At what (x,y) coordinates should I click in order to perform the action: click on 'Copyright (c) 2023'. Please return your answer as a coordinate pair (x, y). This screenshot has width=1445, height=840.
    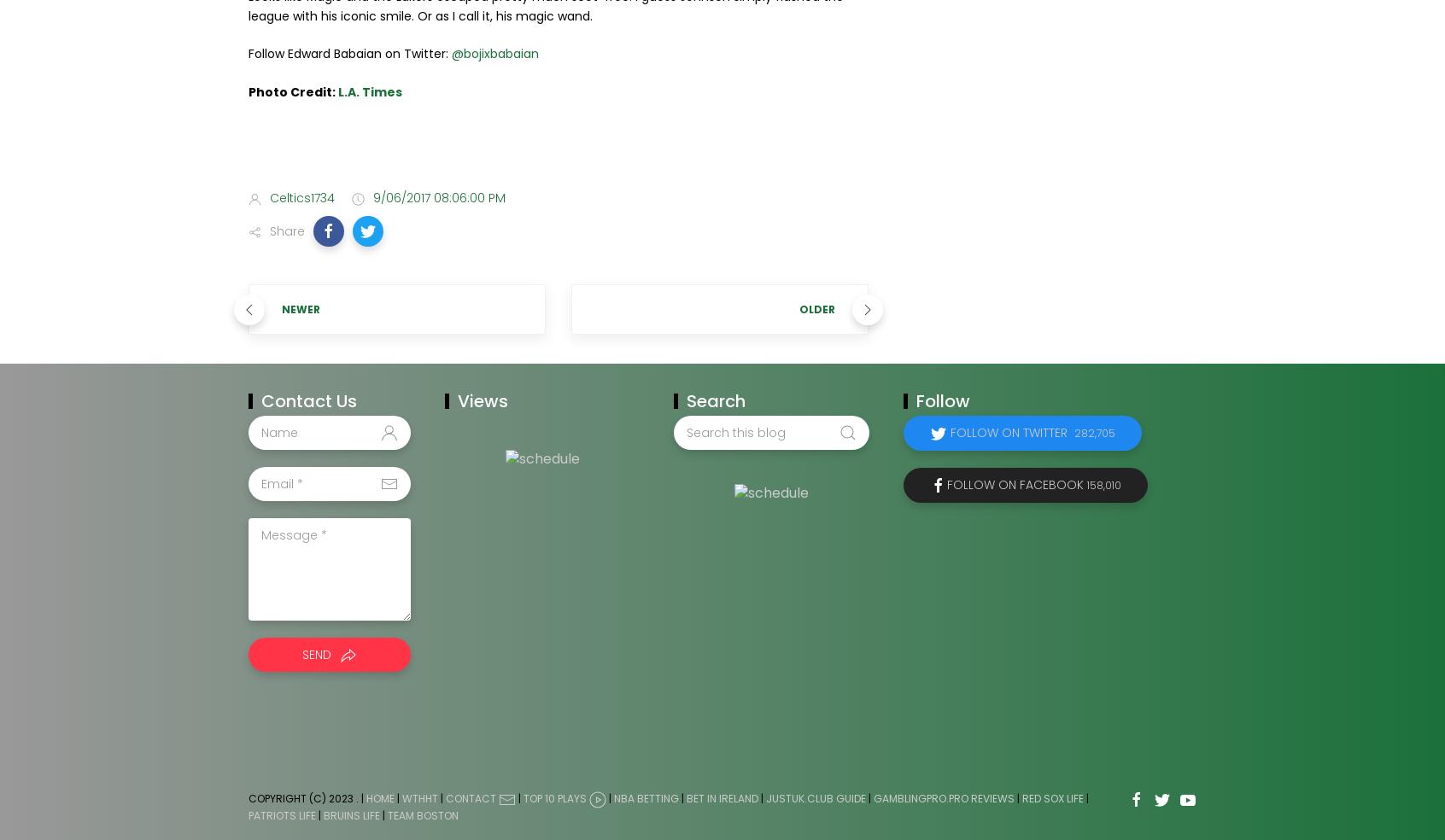
    Looking at the image, I should click on (301, 798).